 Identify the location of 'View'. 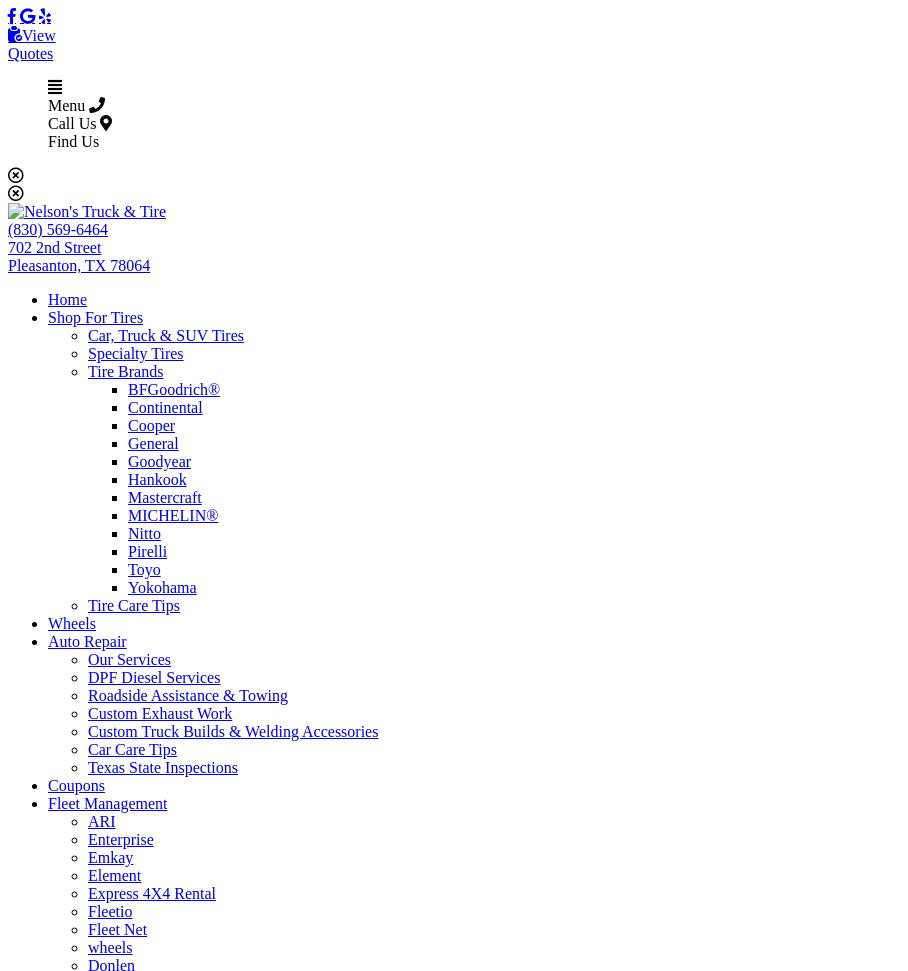
(37, 35).